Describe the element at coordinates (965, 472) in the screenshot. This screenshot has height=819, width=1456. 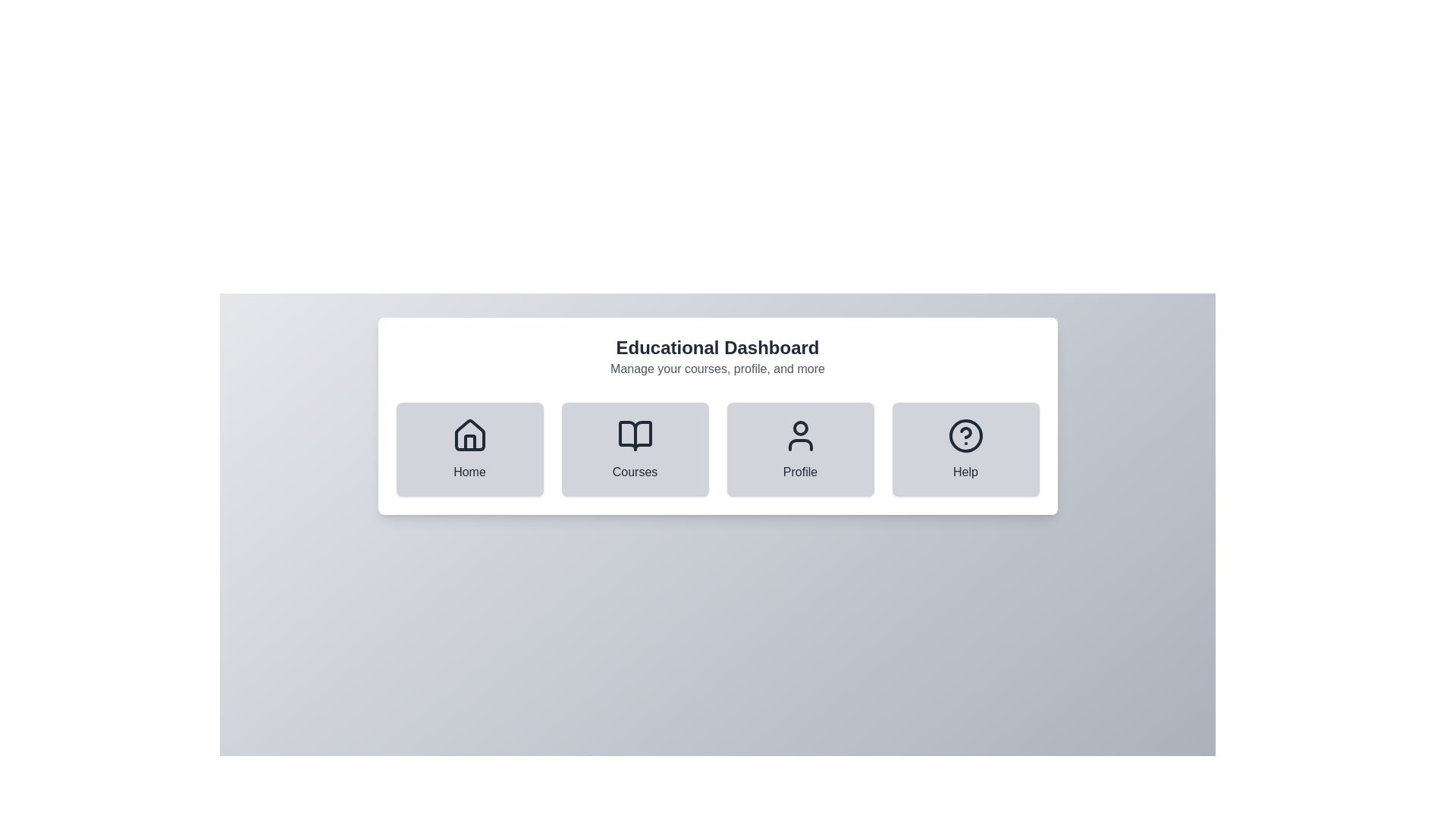
I see `the text label that provides help or support, located under the circular question mark icon in the bottom-right section of the dashboard` at that location.